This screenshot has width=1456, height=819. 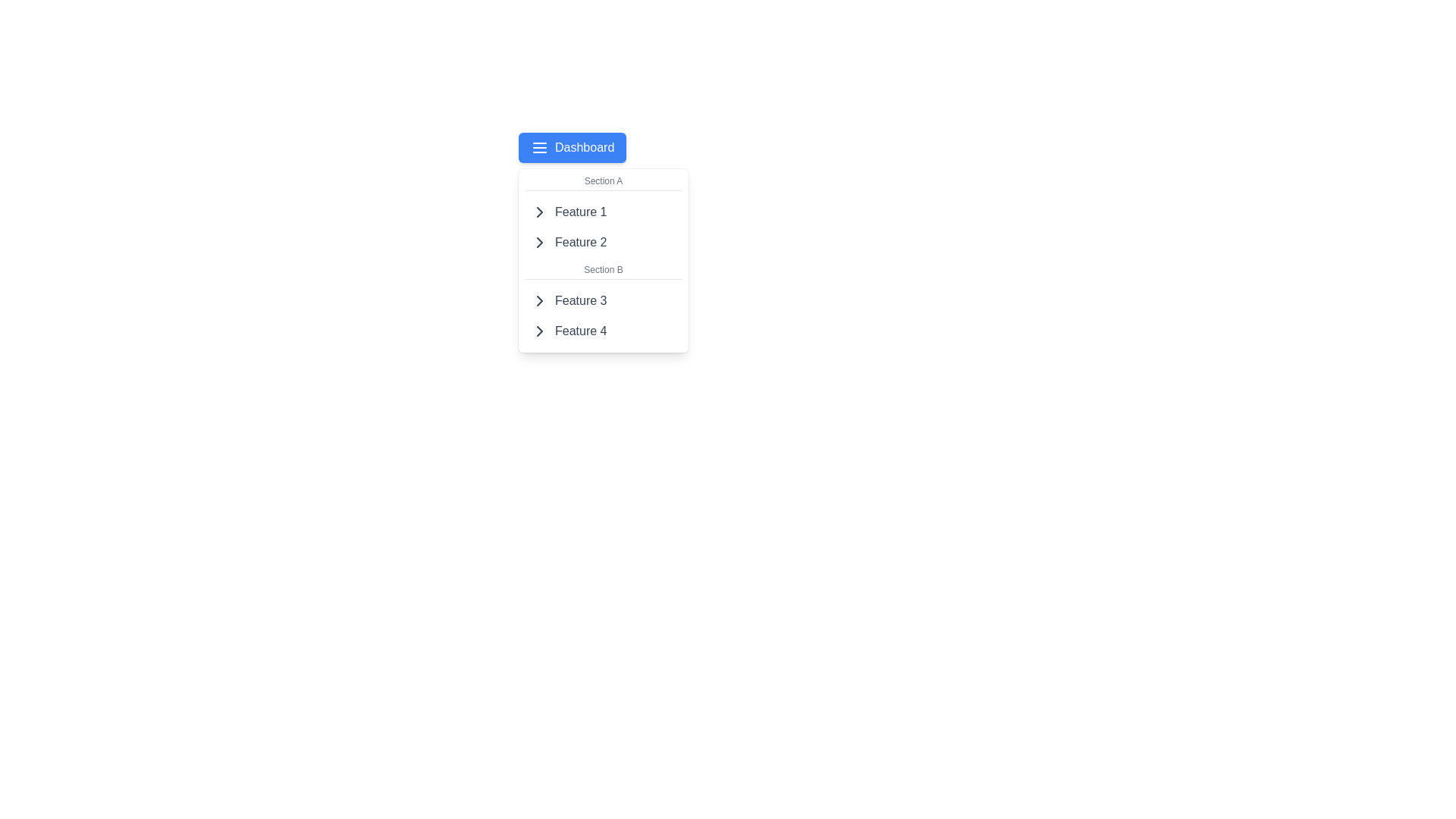 What do you see at coordinates (539, 212) in the screenshot?
I see `the Chevron indicator icon located to the left of the 'Feature 1' text label in the dropdown menu` at bounding box center [539, 212].